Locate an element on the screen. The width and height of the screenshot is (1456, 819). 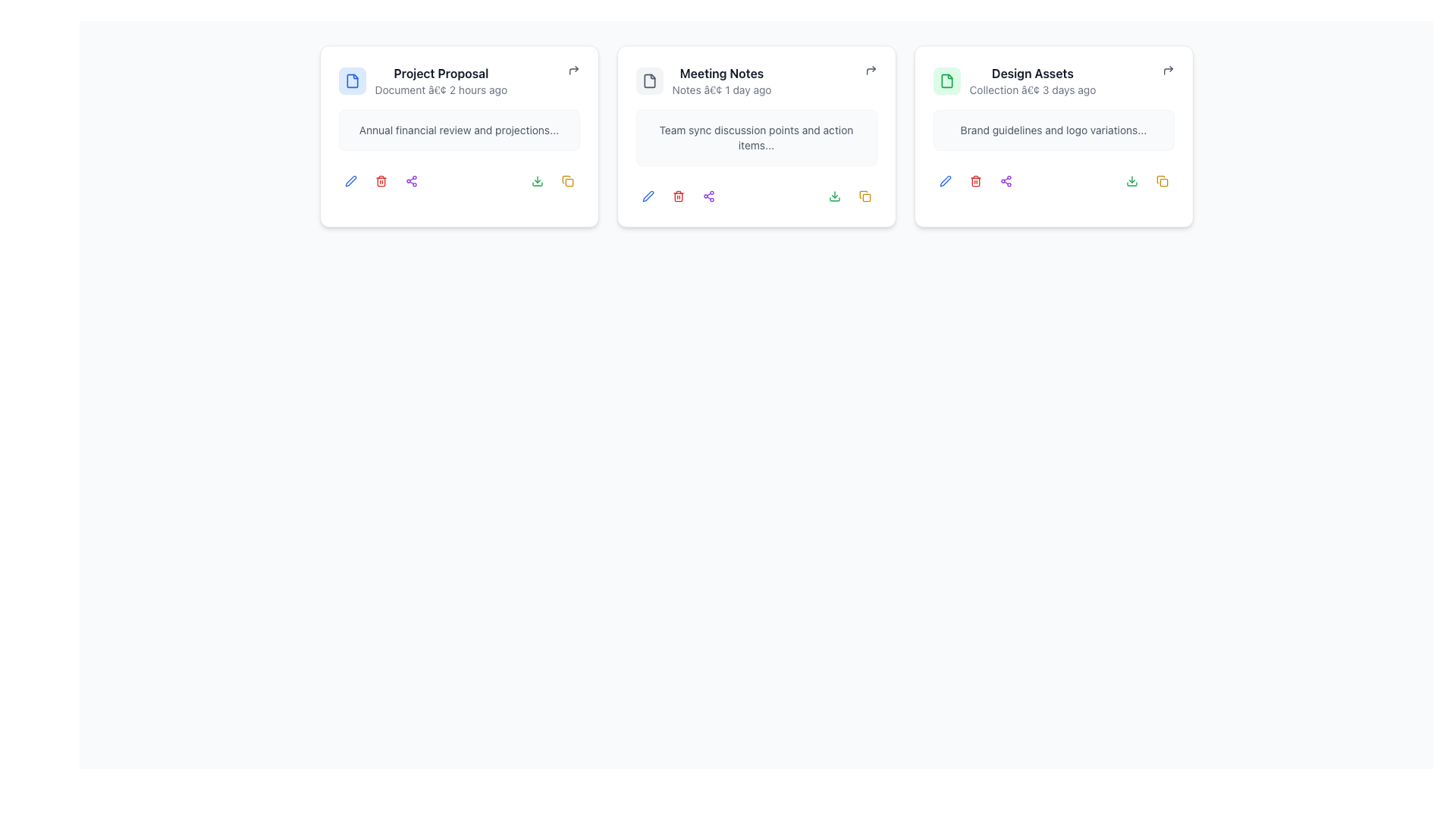
metadata text label indicating the category 'Collection' and the last updated time '3 days ago' located directly below the 'Design Assets' header in the details section of the card is located at coordinates (1031, 90).